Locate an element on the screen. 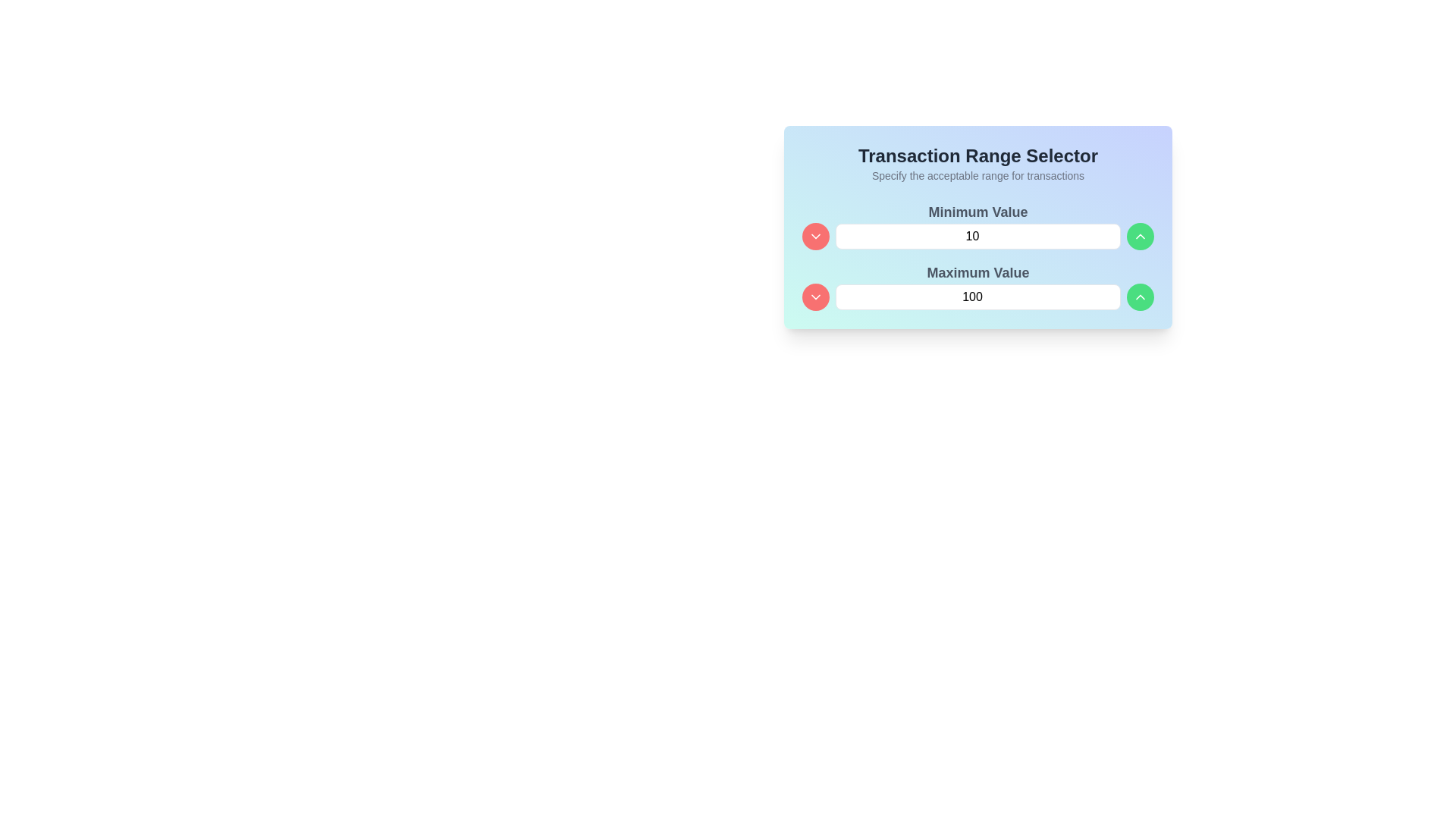 The height and width of the screenshot is (819, 1456). the upward chevron icon within the circular button below the 'Maximum Value' field to interact is located at coordinates (1140, 237).